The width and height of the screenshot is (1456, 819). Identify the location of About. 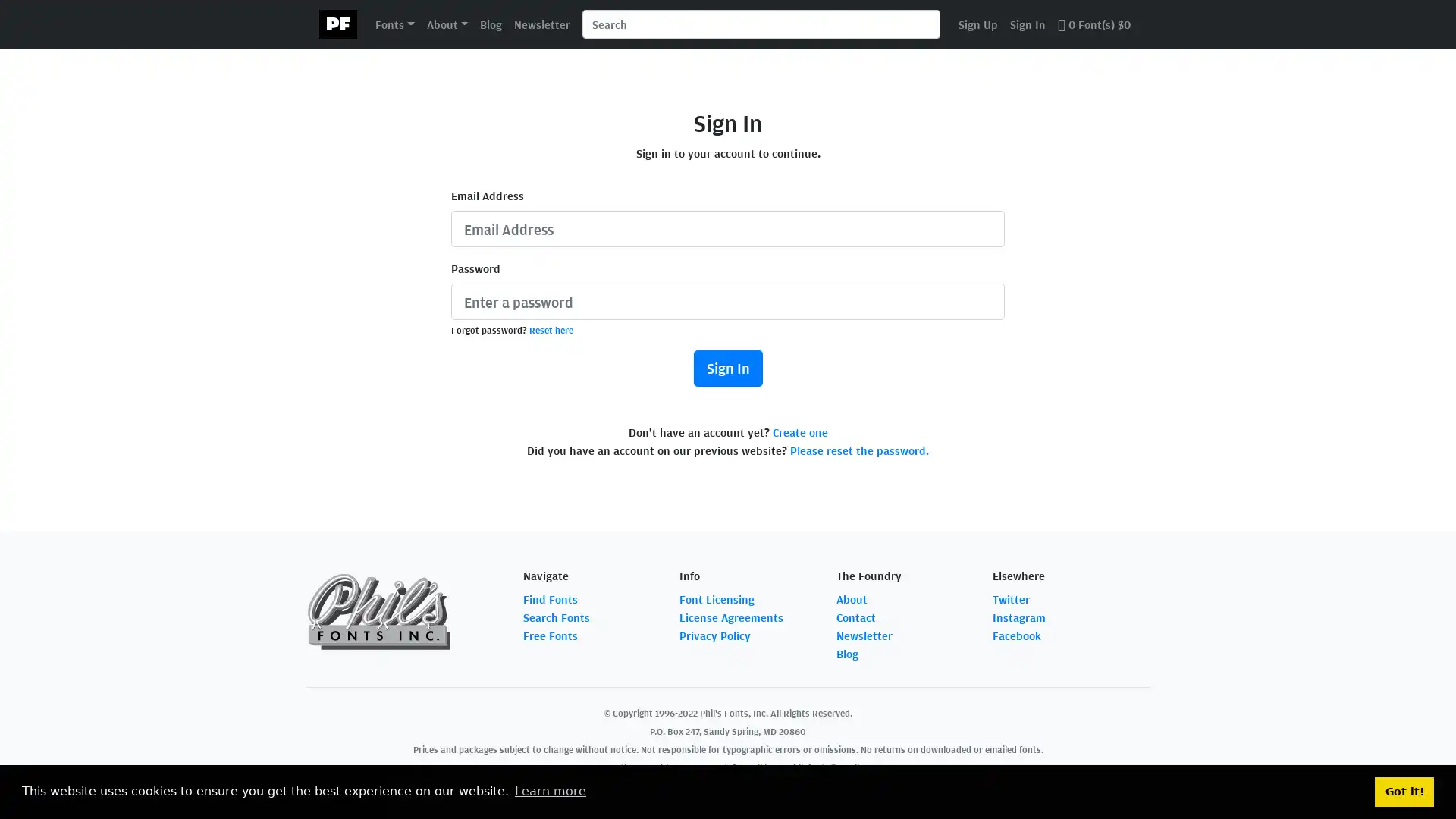
(446, 23).